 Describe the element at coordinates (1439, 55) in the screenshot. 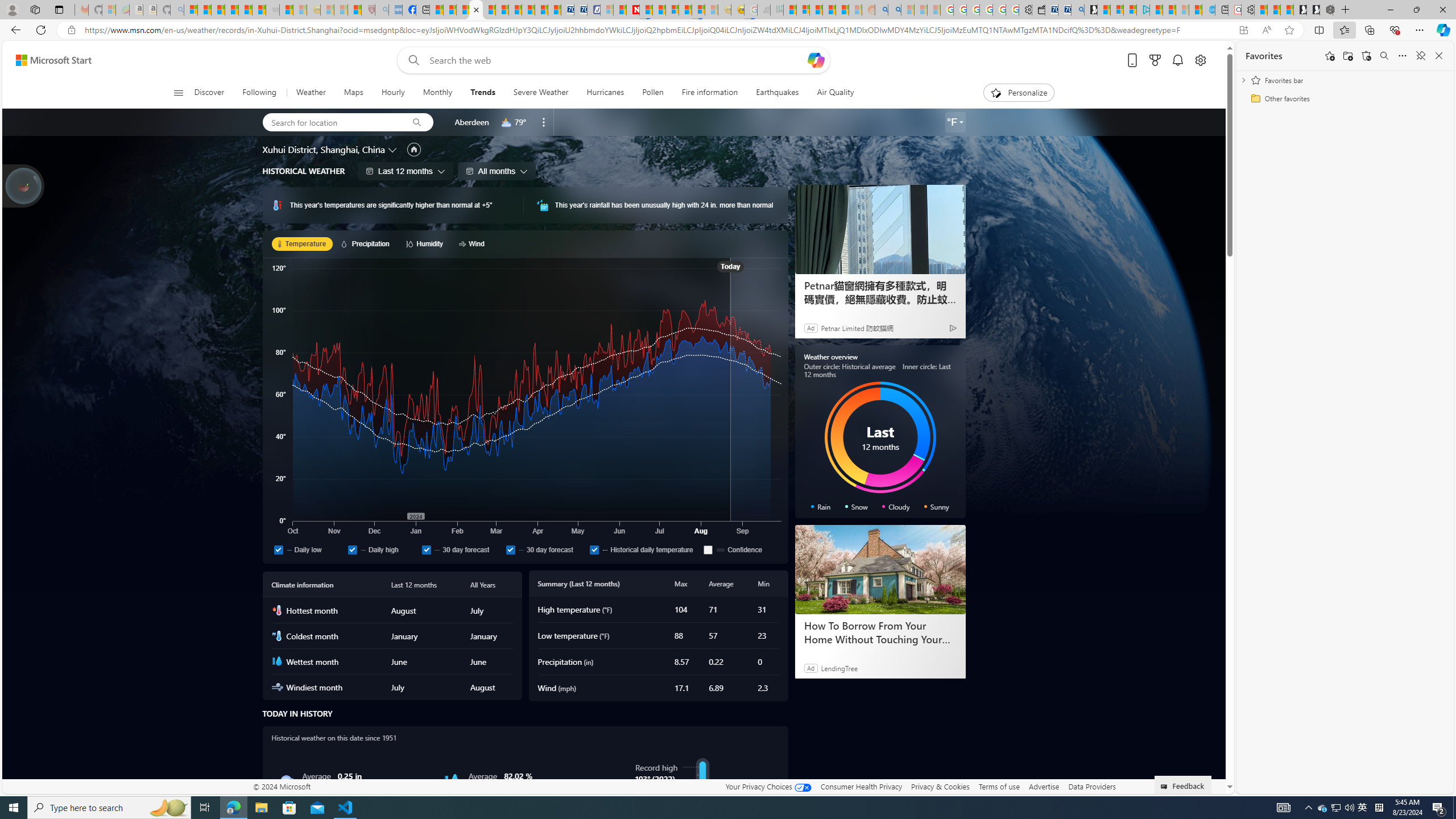

I see `'Close favorites'` at that location.